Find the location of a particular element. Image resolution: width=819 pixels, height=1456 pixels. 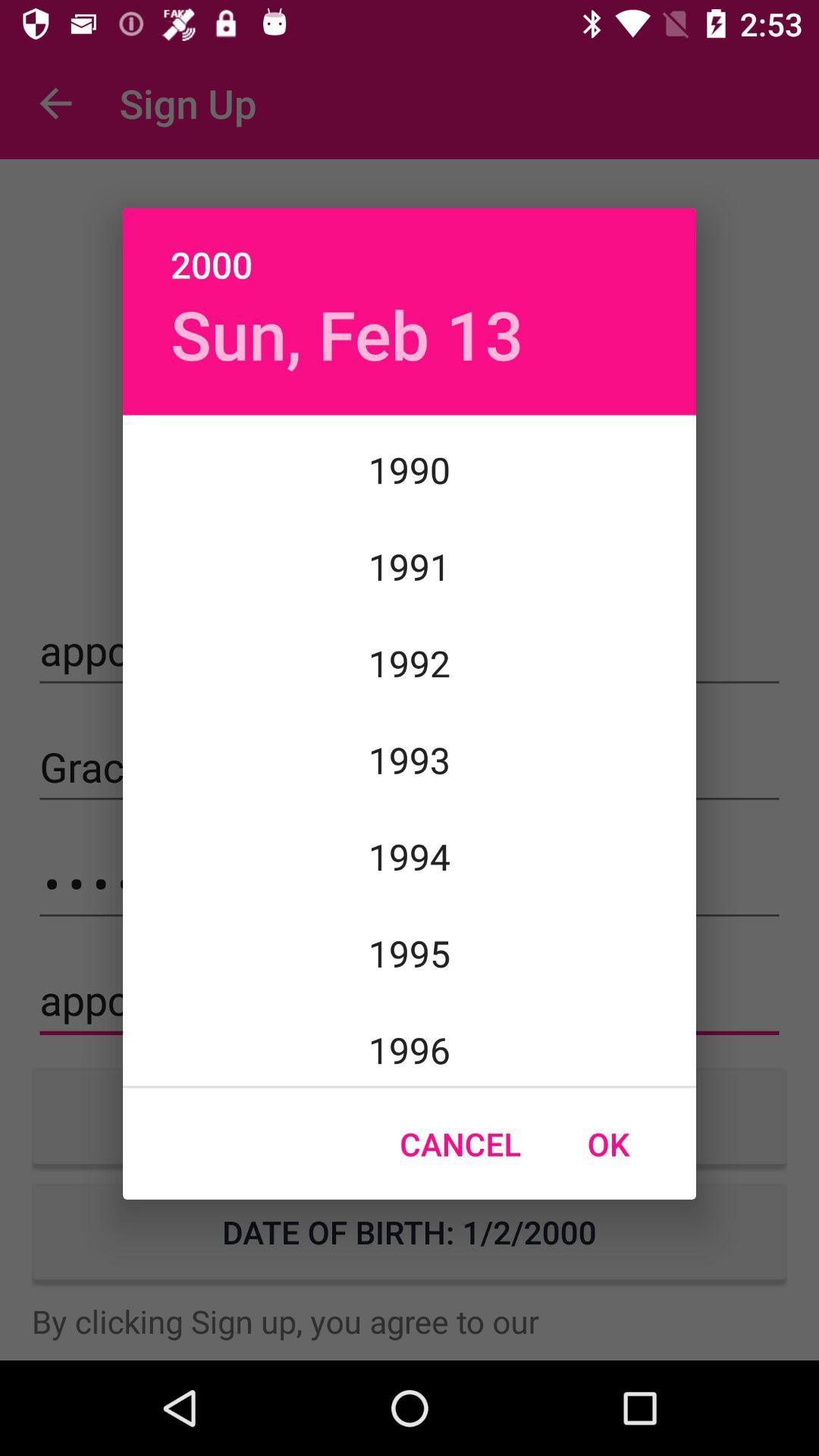

the ok item is located at coordinates (607, 1144).